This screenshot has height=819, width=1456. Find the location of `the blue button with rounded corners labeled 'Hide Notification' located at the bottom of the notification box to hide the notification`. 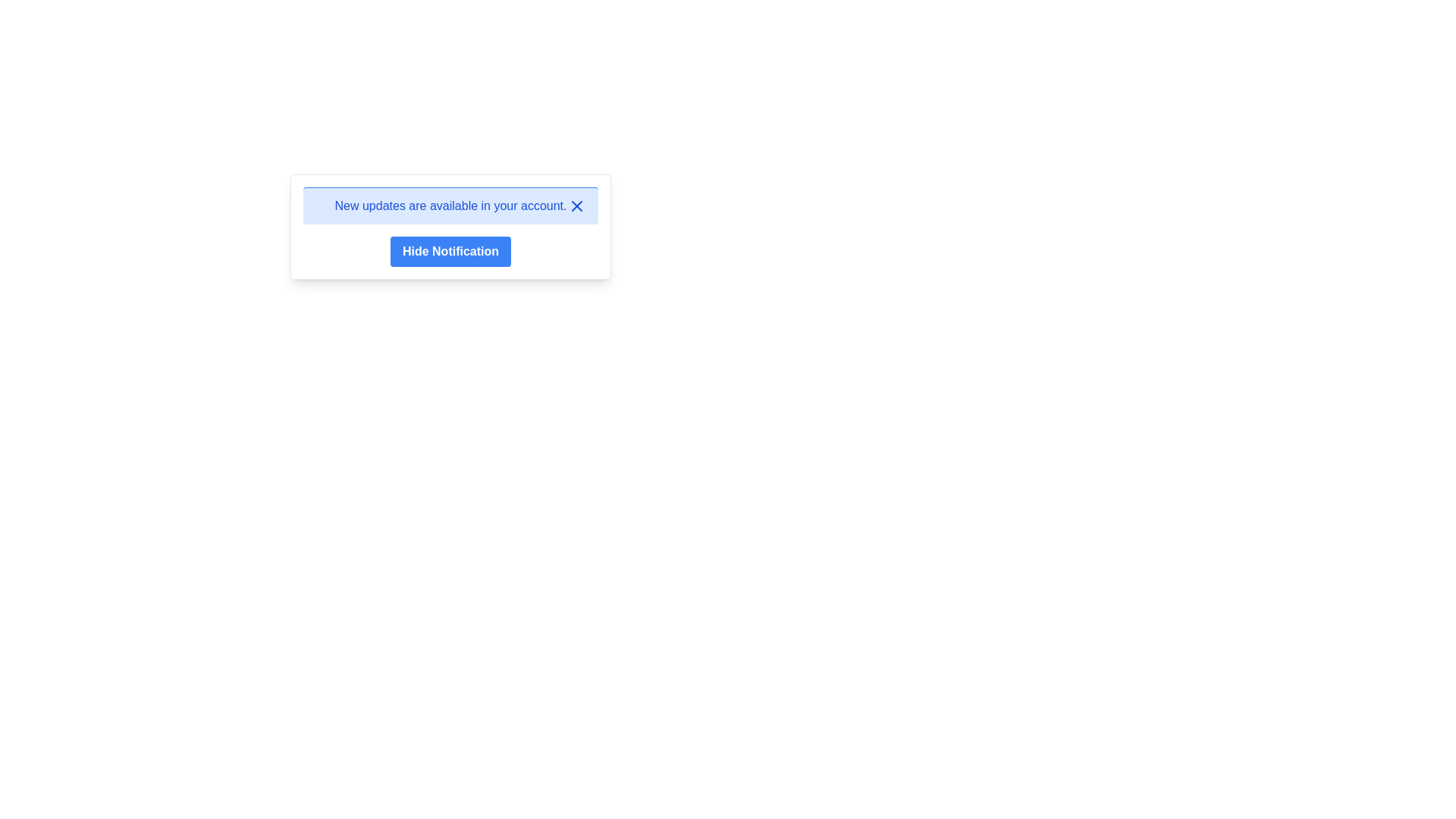

the blue button with rounded corners labeled 'Hide Notification' located at the bottom of the notification box to hide the notification is located at coordinates (450, 250).